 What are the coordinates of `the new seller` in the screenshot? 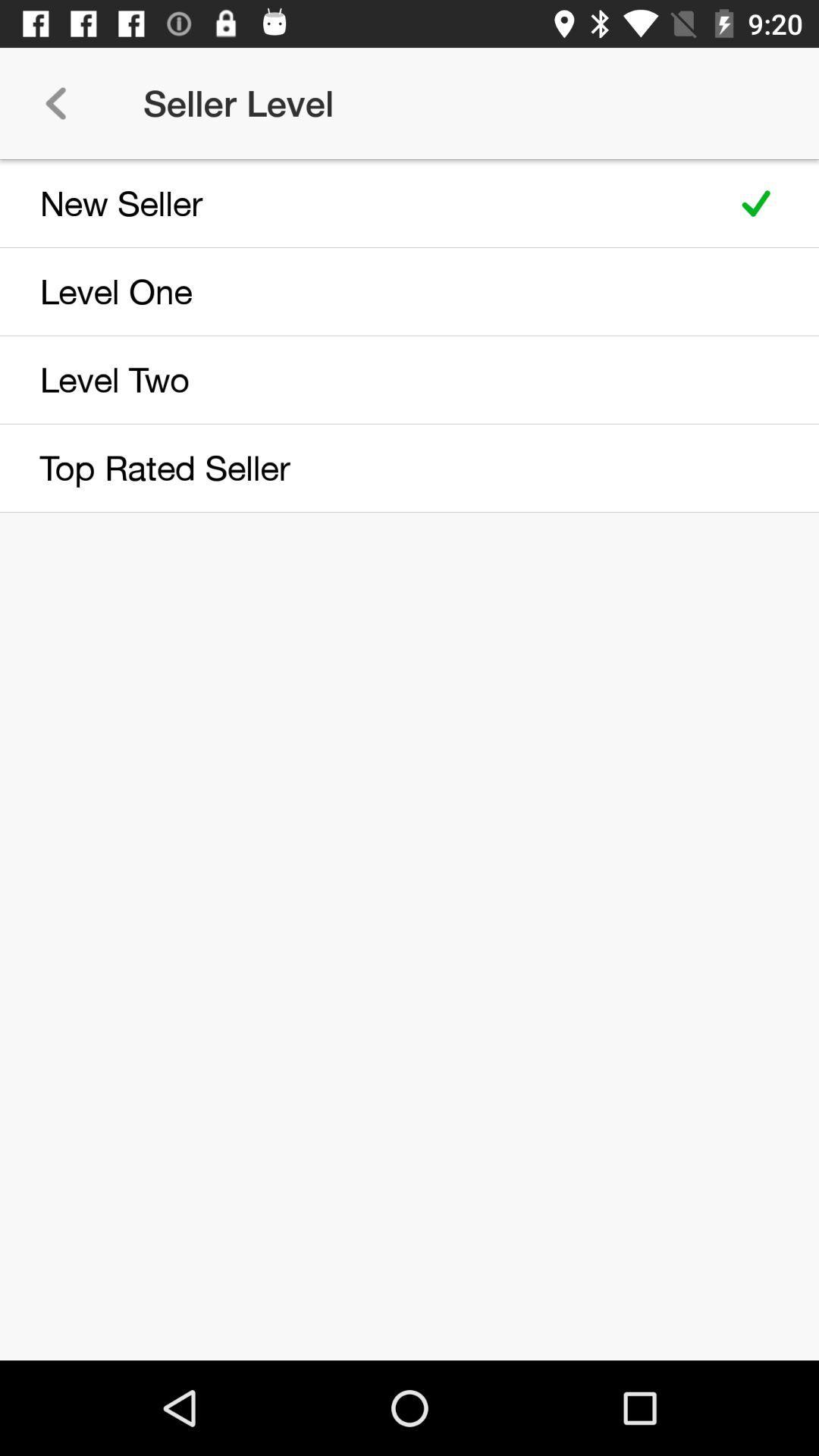 It's located at (358, 202).